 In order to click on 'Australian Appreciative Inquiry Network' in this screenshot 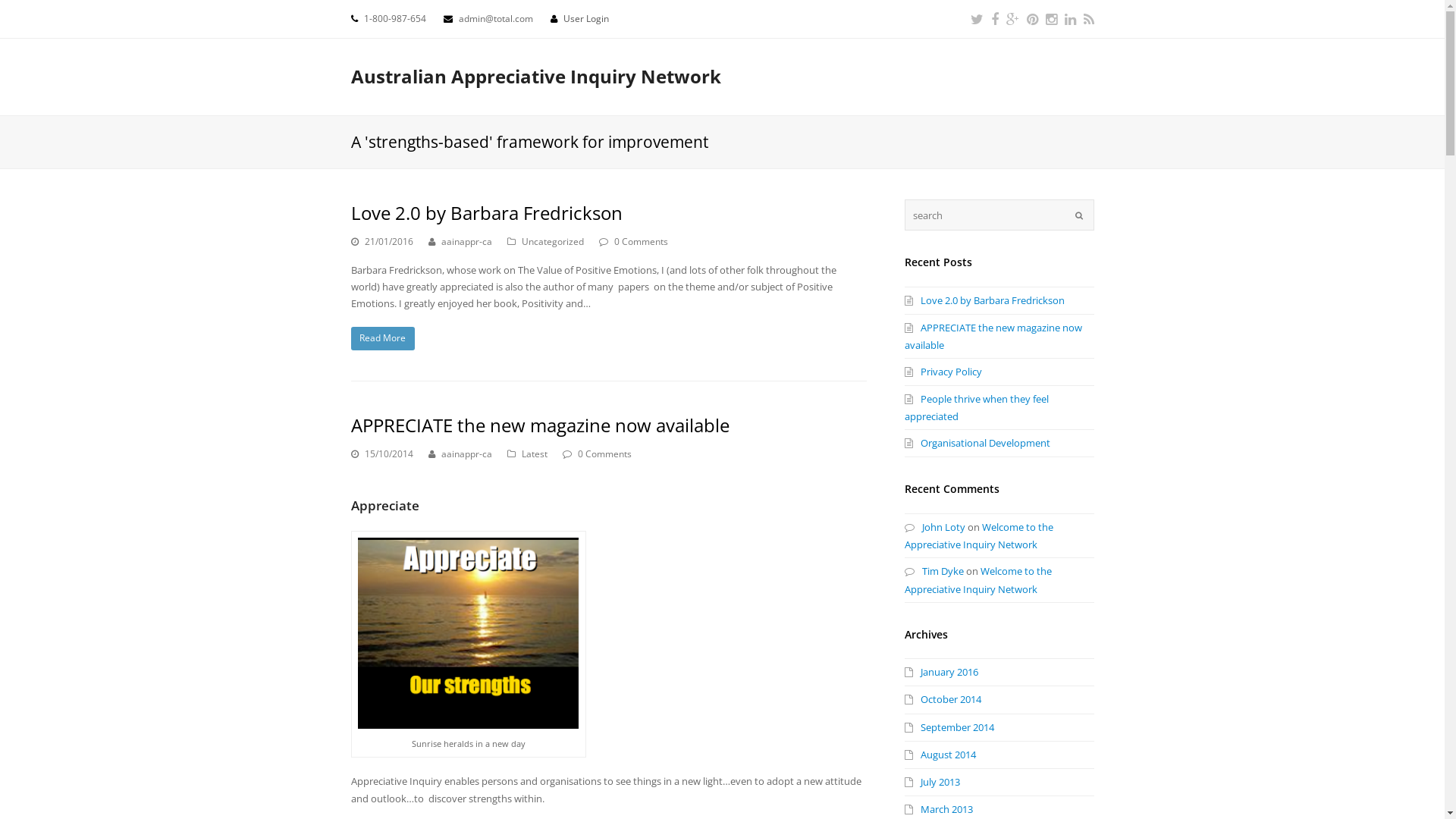, I will do `click(535, 76)`.